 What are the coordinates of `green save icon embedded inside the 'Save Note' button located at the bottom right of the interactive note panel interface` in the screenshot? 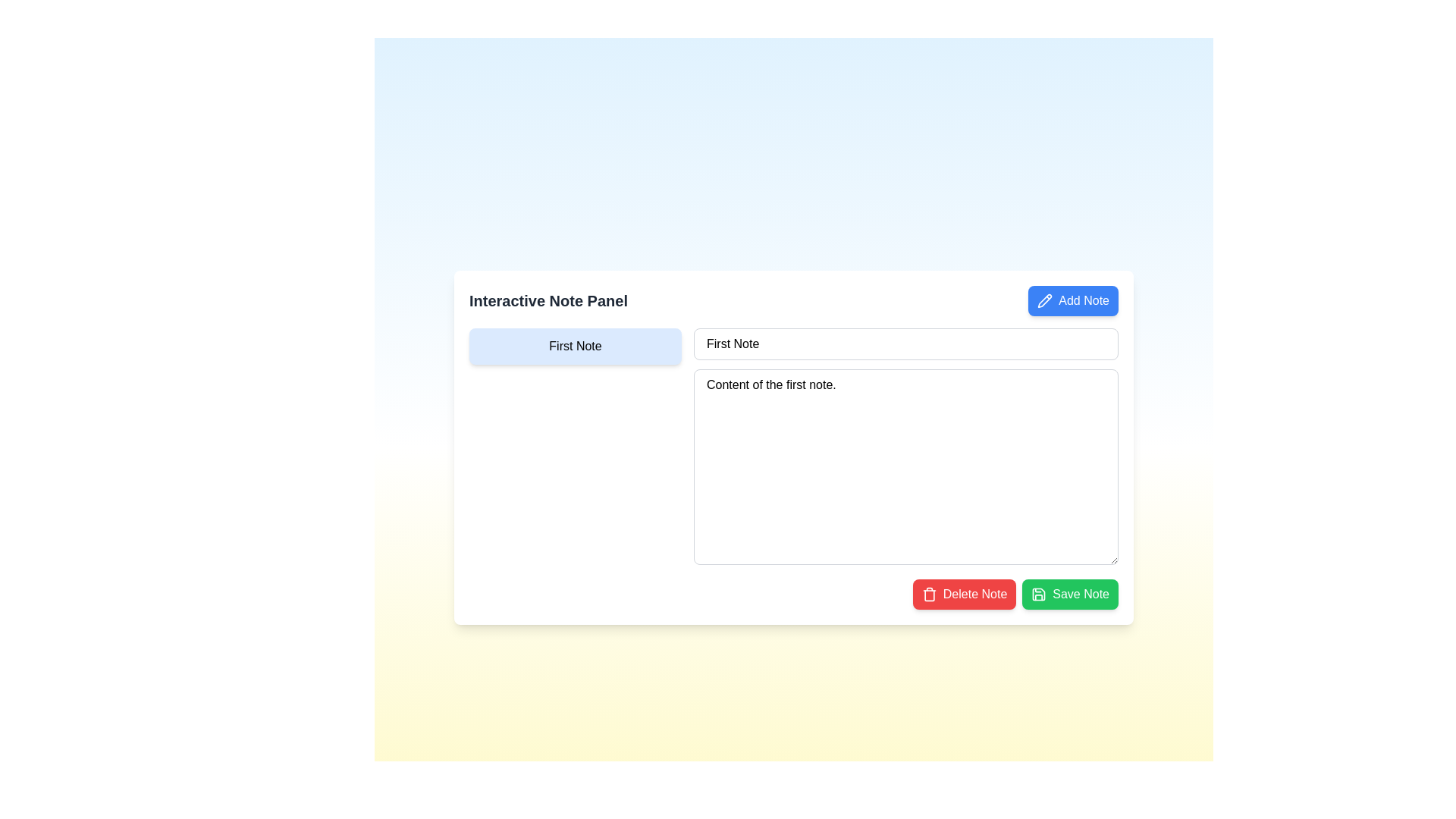 It's located at (1038, 593).